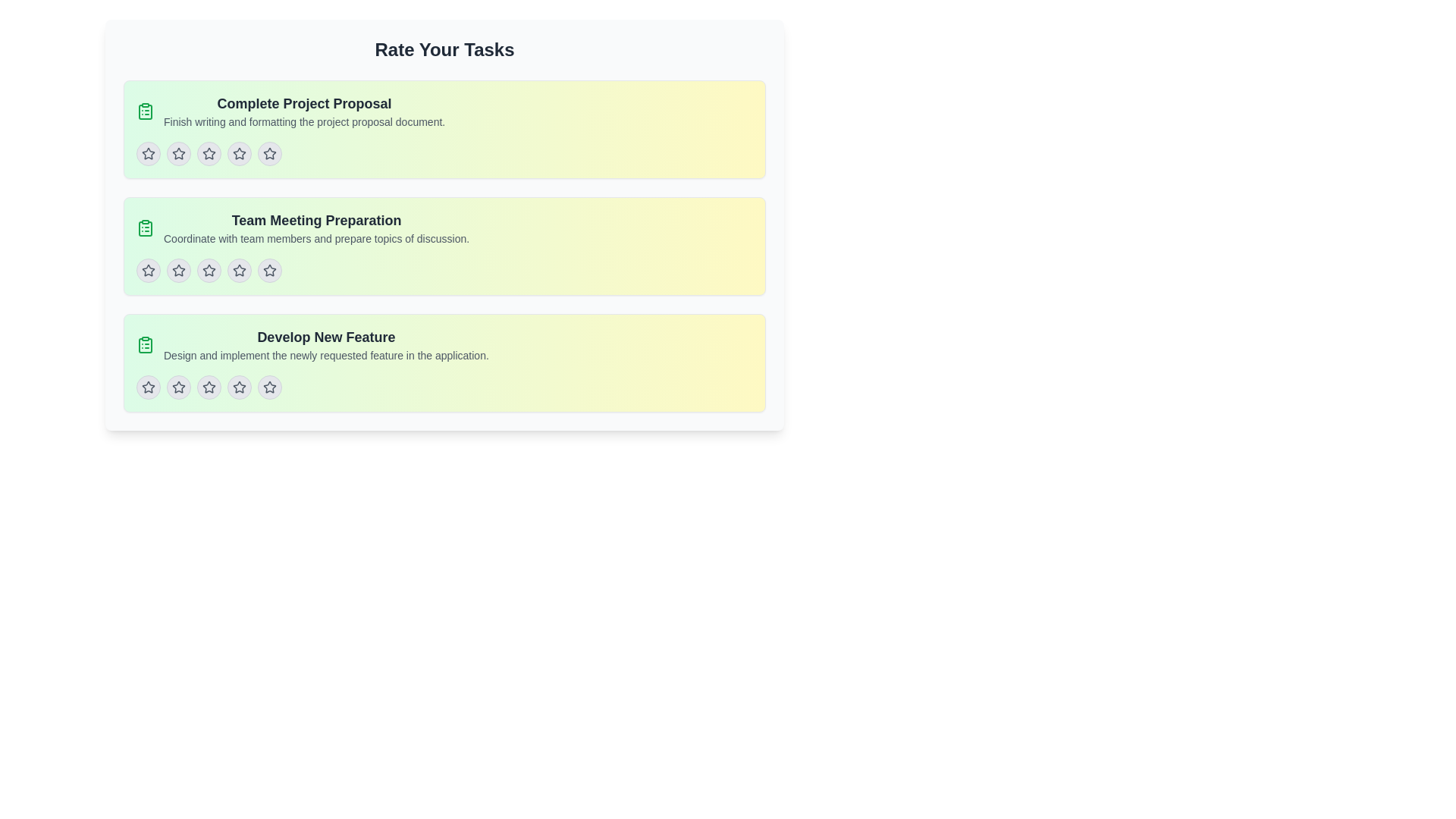 This screenshot has height=819, width=1456. What do you see at coordinates (146, 110) in the screenshot?
I see `the green clipboard icon located to the left of the task title 'Complete Project Proposal'` at bounding box center [146, 110].